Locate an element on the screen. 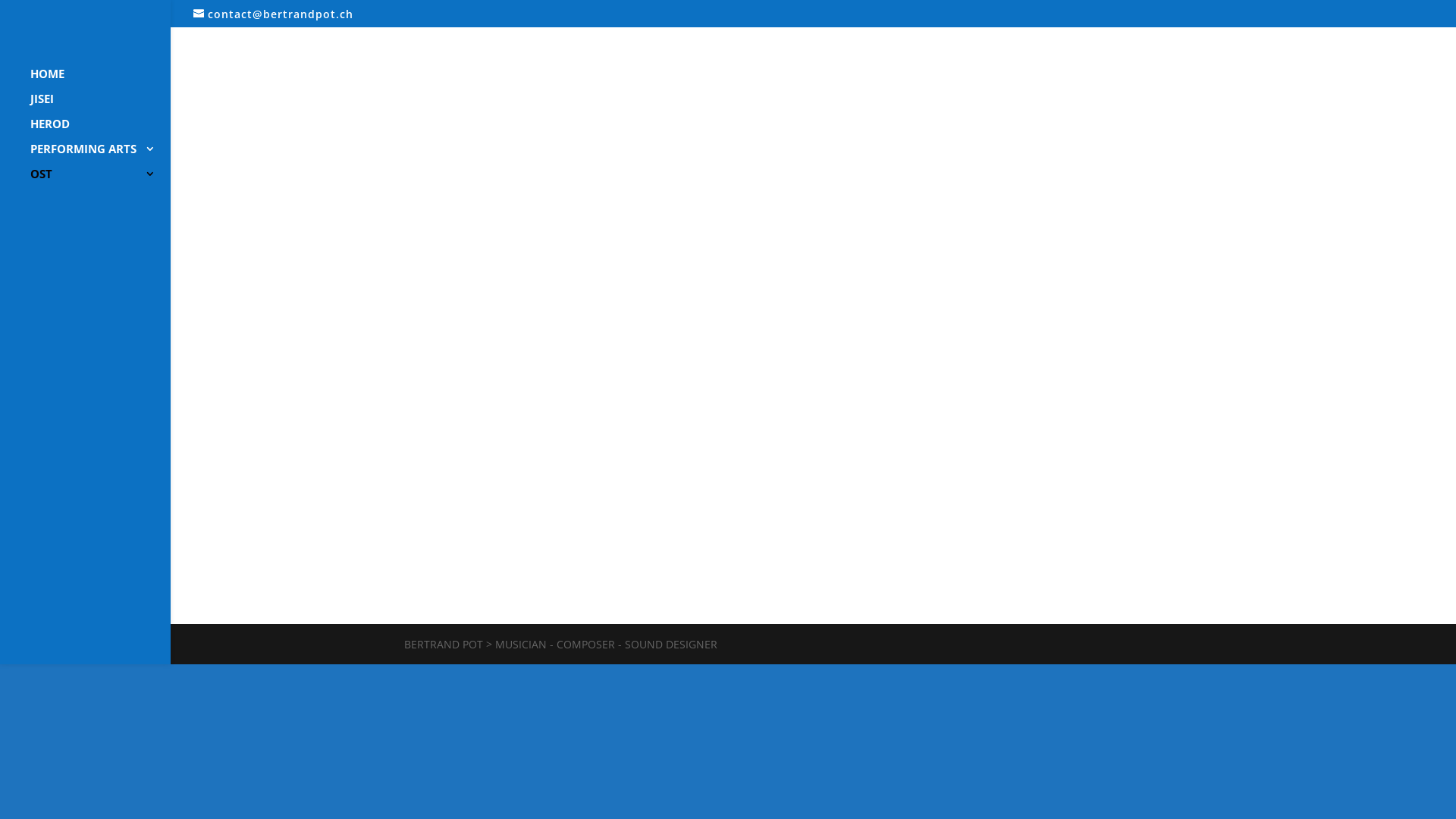 Image resolution: width=1456 pixels, height=819 pixels. 'contact@bertrandpot.ch' is located at coordinates (273, 13).